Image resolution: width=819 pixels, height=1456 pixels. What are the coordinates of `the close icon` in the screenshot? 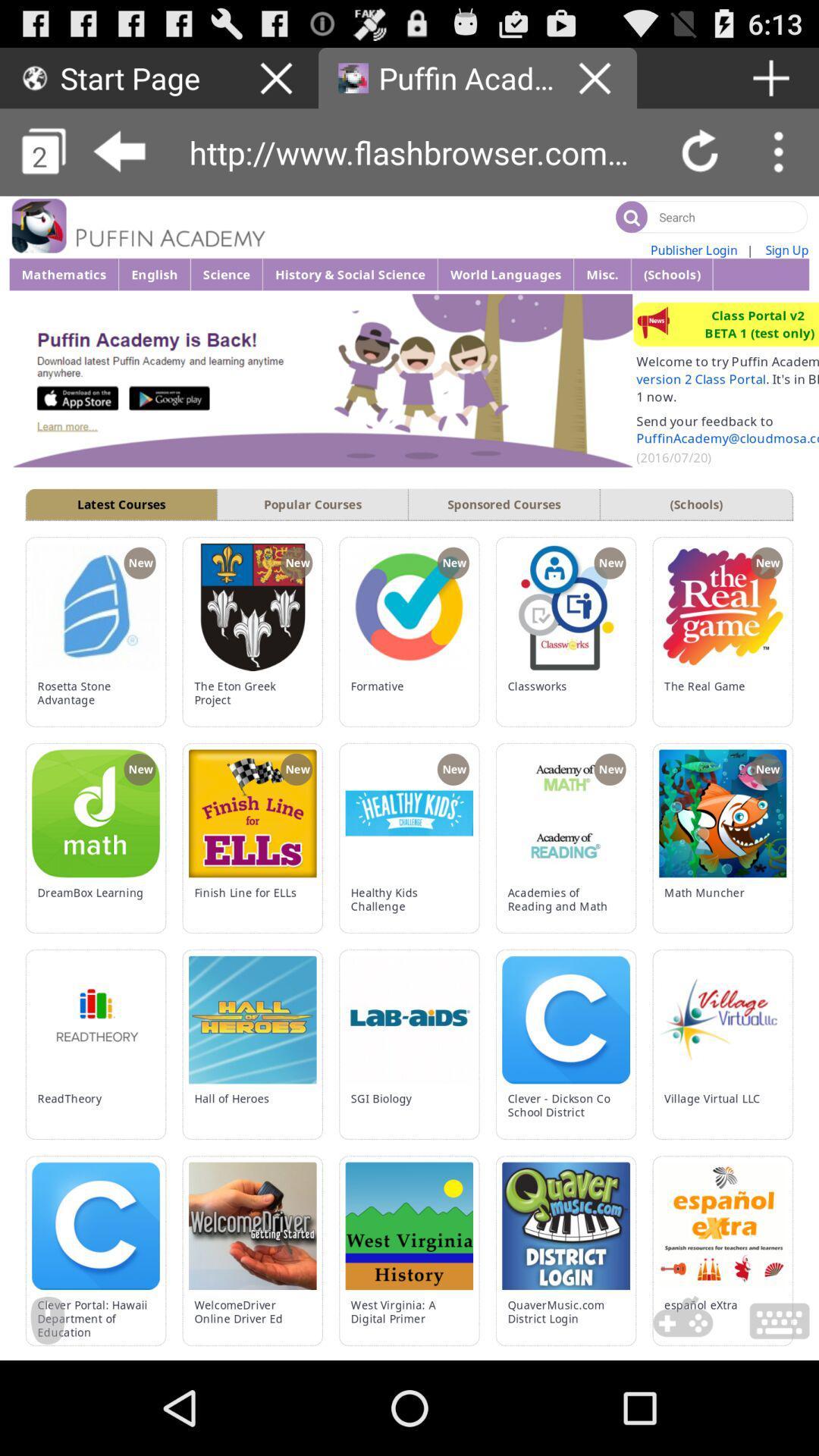 It's located at (596, 83).